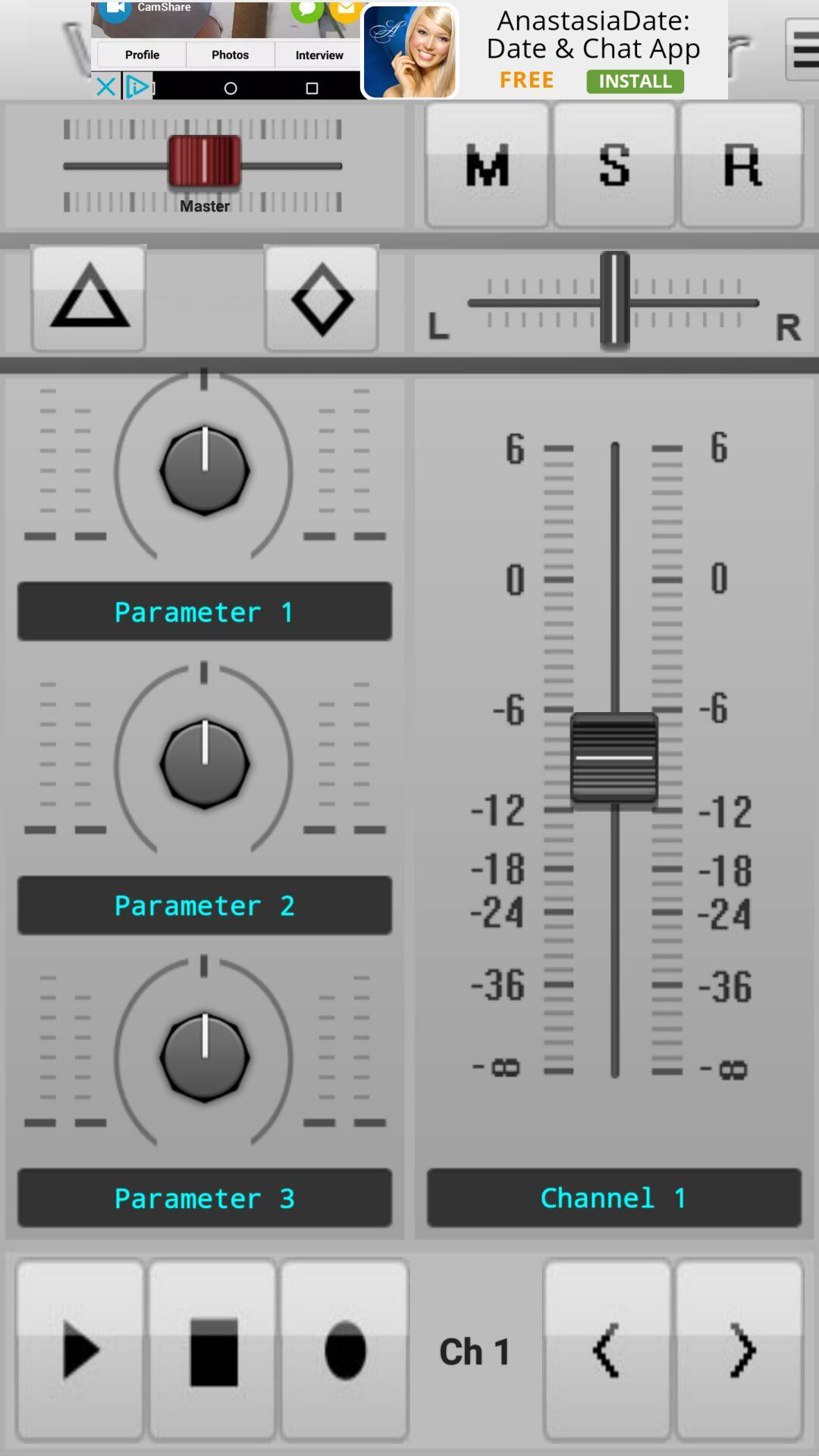 The height and width of the screenshot is (1456, 819). Describe the element at coordinates (409, 49) in the screenshot. I see `advertisement` at that location.